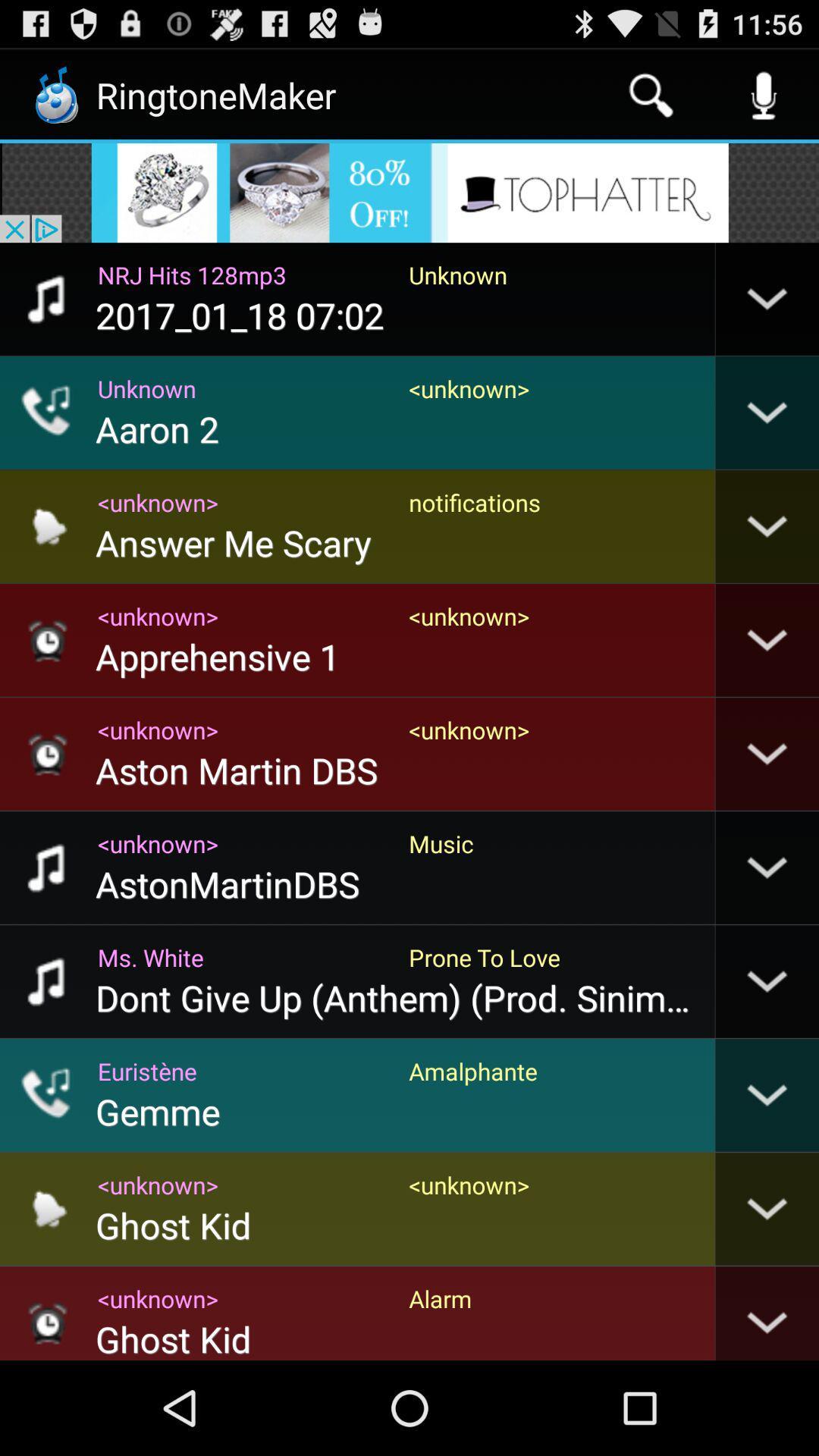 The width and height of the screenshot is (819, 1456). What do you see at coordinates (409, 192) in the screenshot?
I see `open page` at bounding box center [409, 192].